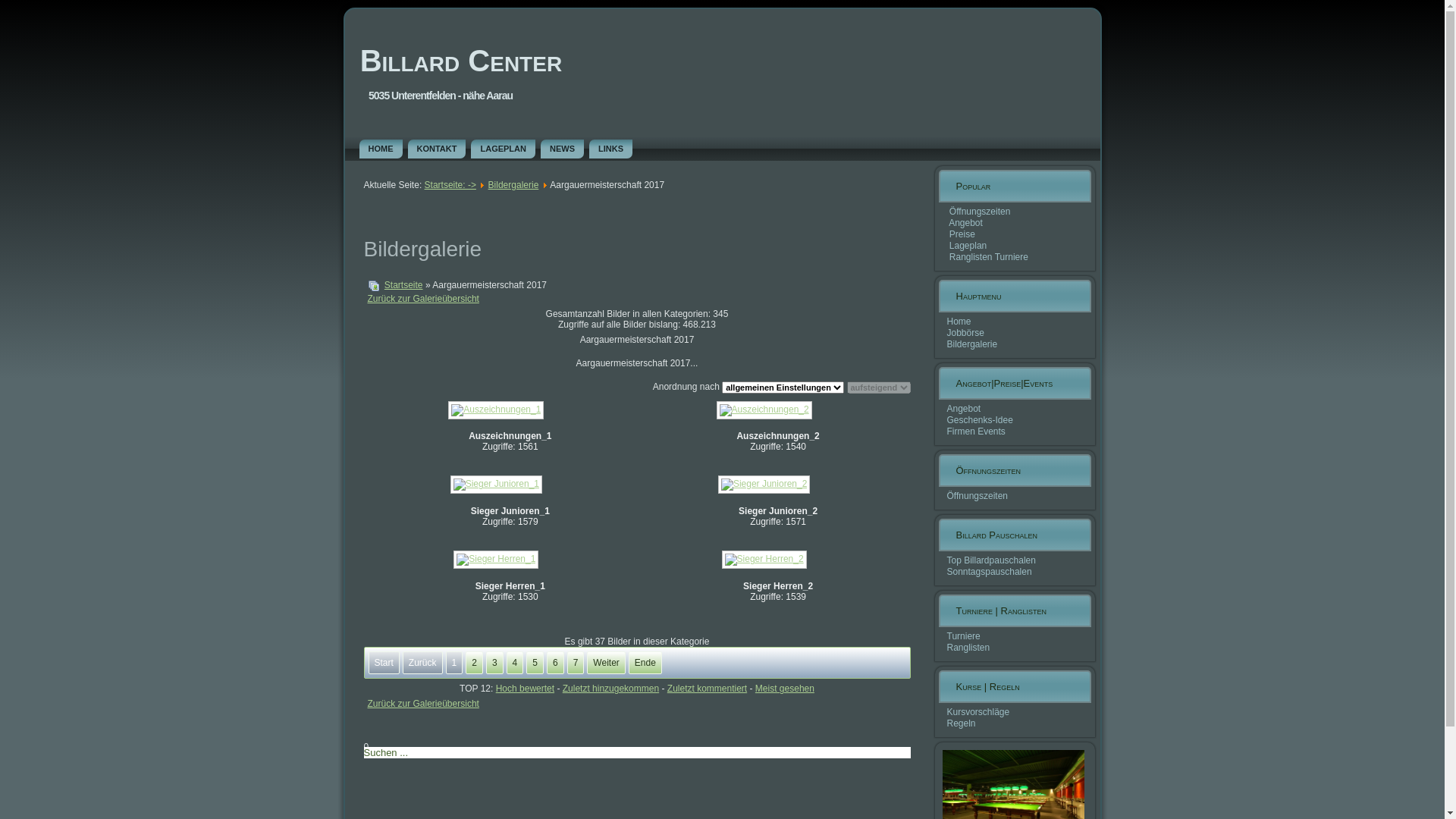  What do you see at coordinates (588, 149) in the screenshot?
I see `'LINKS'` at bounding box center [588, 149].